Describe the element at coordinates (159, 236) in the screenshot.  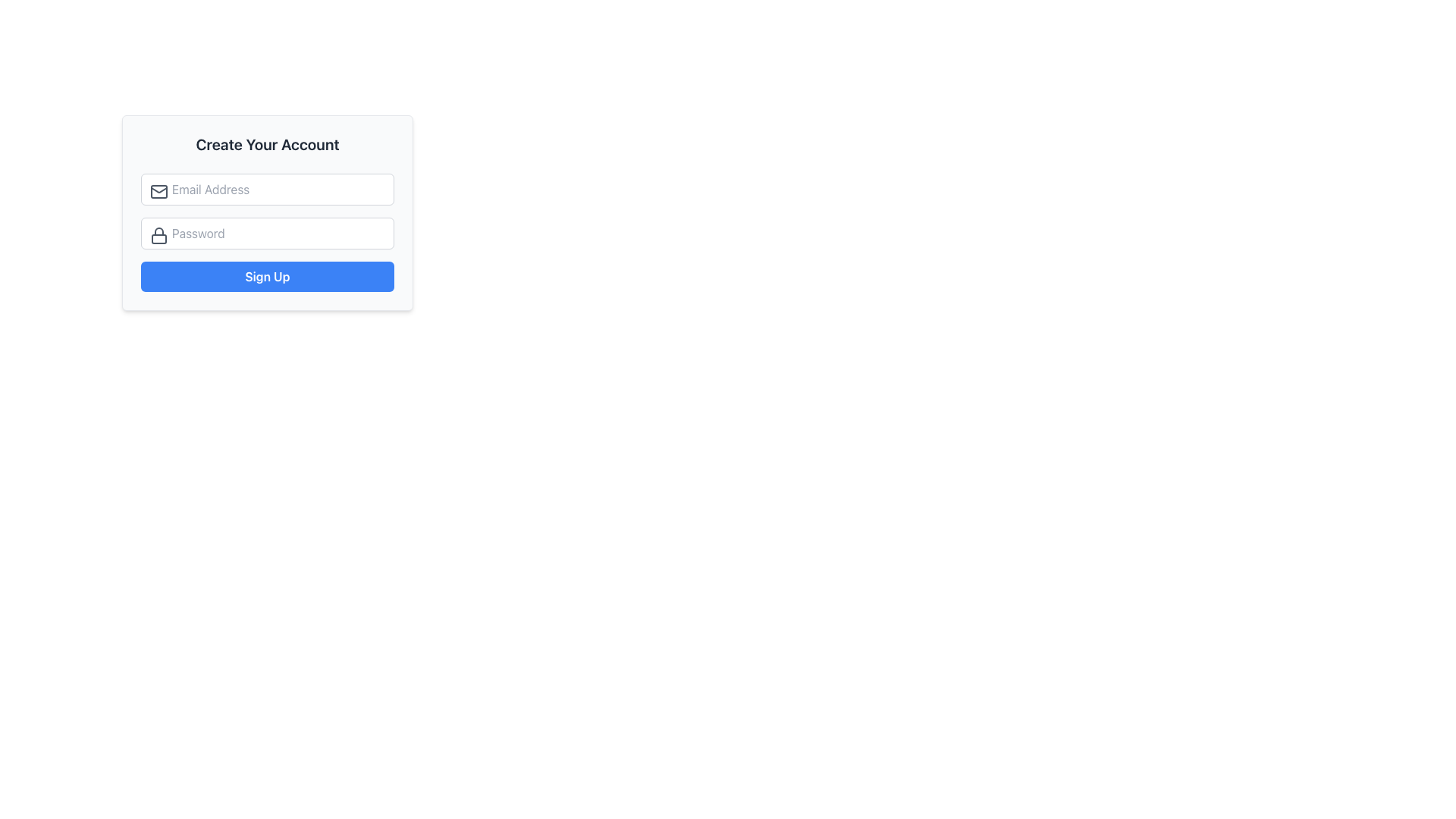
I see `the password field icon that indicates a secure input area, located to the left of the 'Password' placeholder text` at that location.